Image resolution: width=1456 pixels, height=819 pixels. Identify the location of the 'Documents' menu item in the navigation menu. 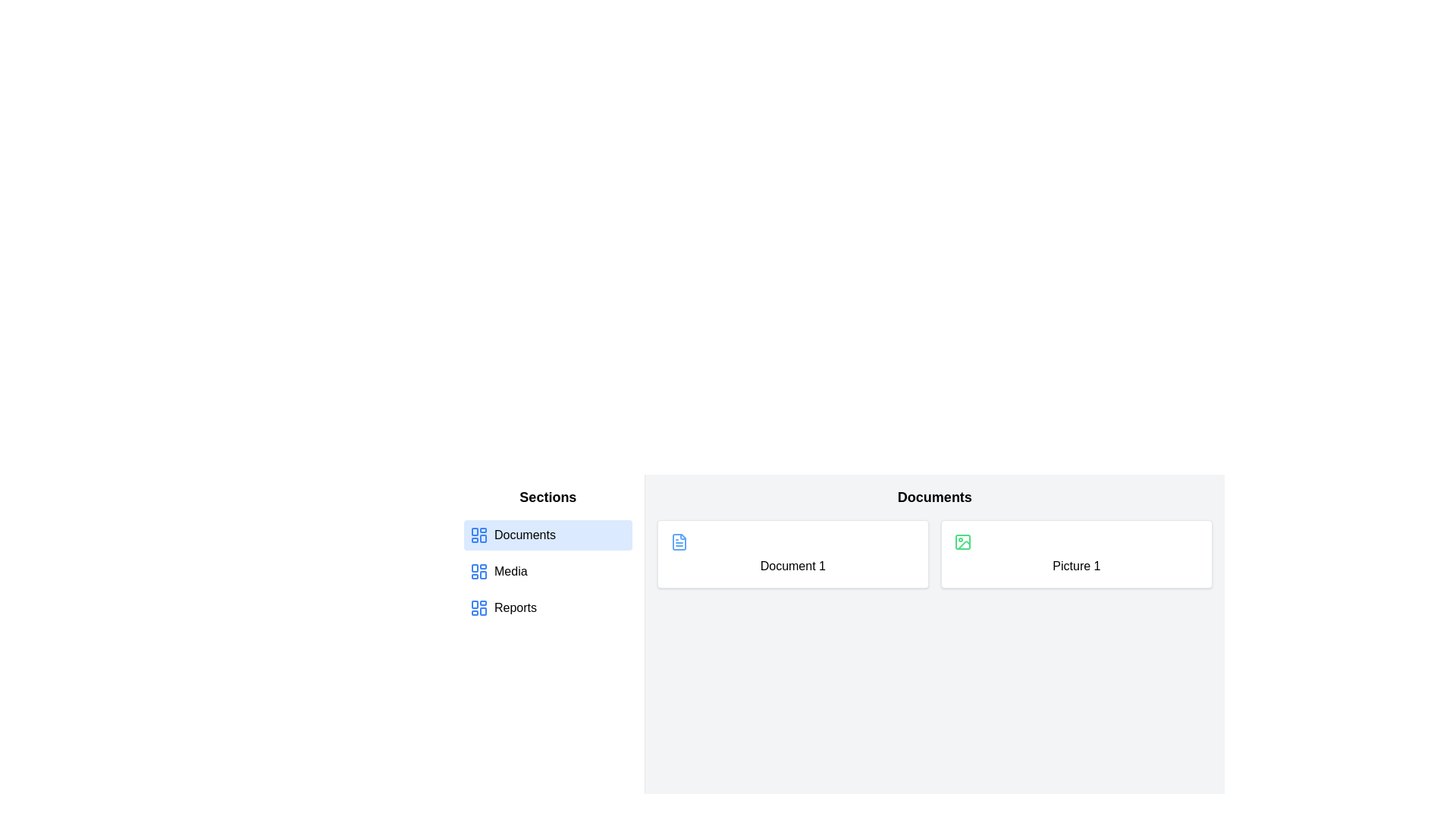
(547, 534).